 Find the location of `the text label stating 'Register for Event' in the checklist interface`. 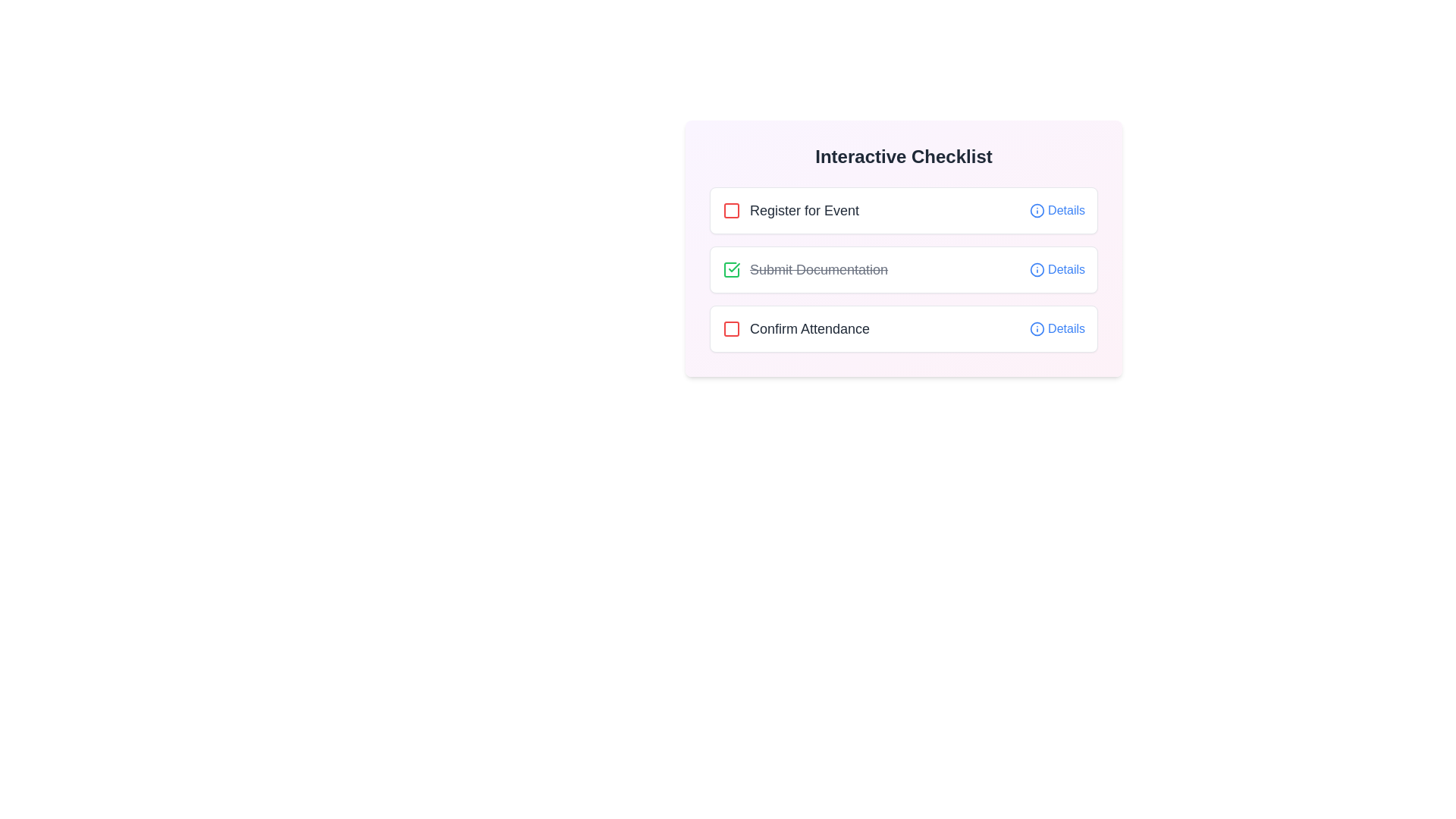

the text label stating 'Register for Event' in the checklist interface is located at coordinates (803, 210).